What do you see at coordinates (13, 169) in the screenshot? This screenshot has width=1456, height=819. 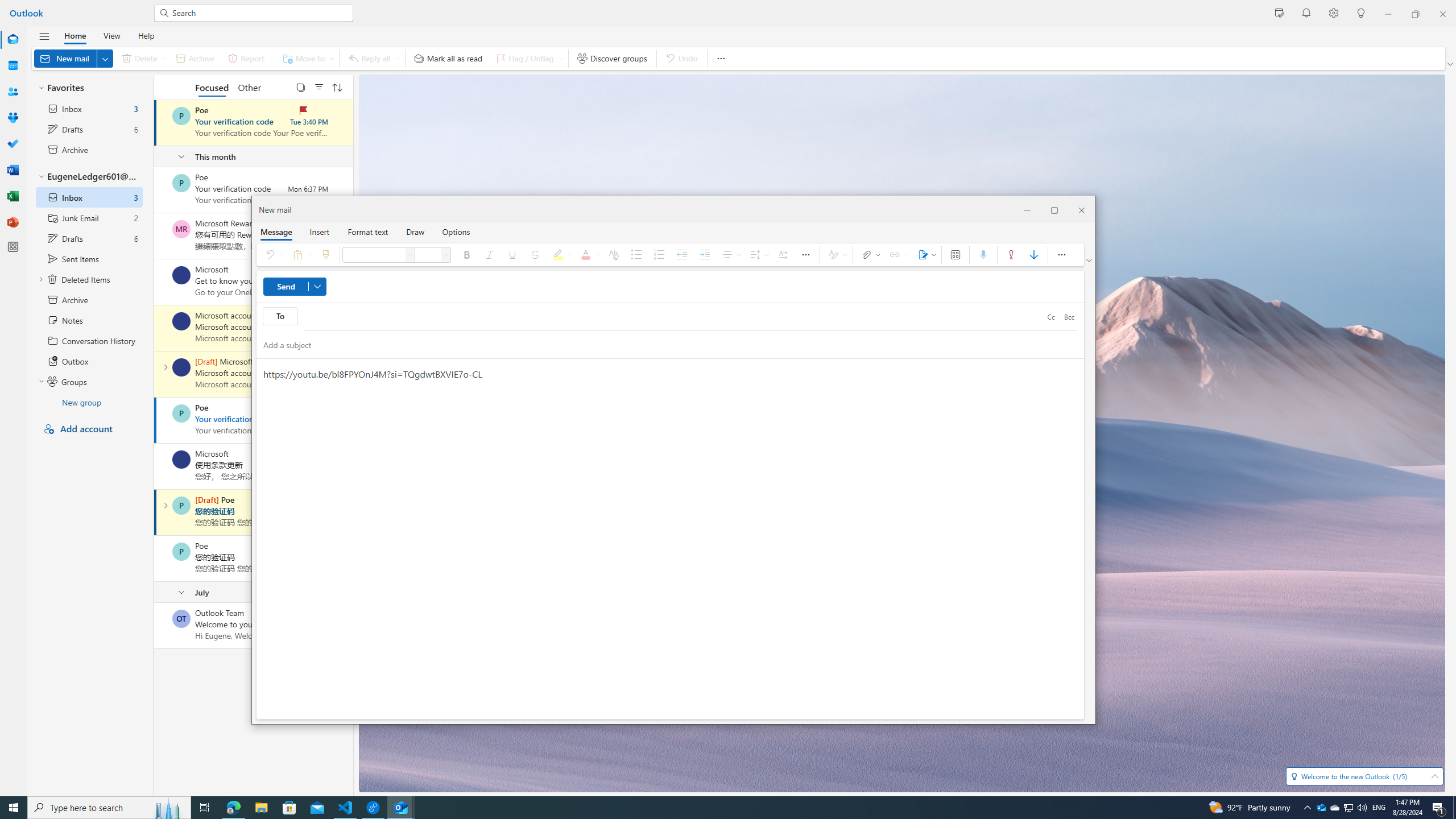 I see `'Word'` at bounding box center [13, 169].